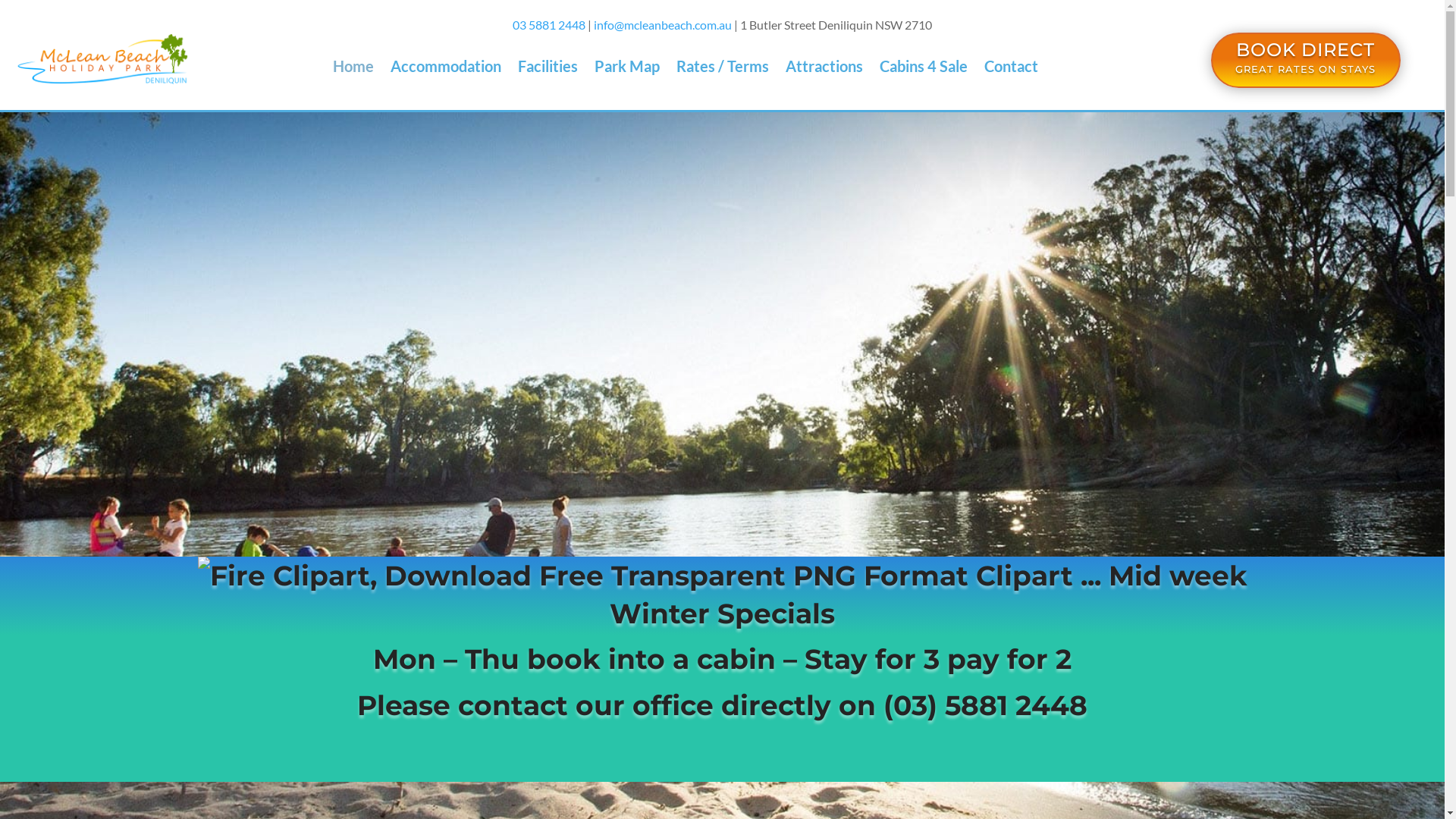  What do you see at coordinates (662, 24) in the screenshot?
I see `'info@mcleanbeach.com.au'` at bounding box center [662, 24].